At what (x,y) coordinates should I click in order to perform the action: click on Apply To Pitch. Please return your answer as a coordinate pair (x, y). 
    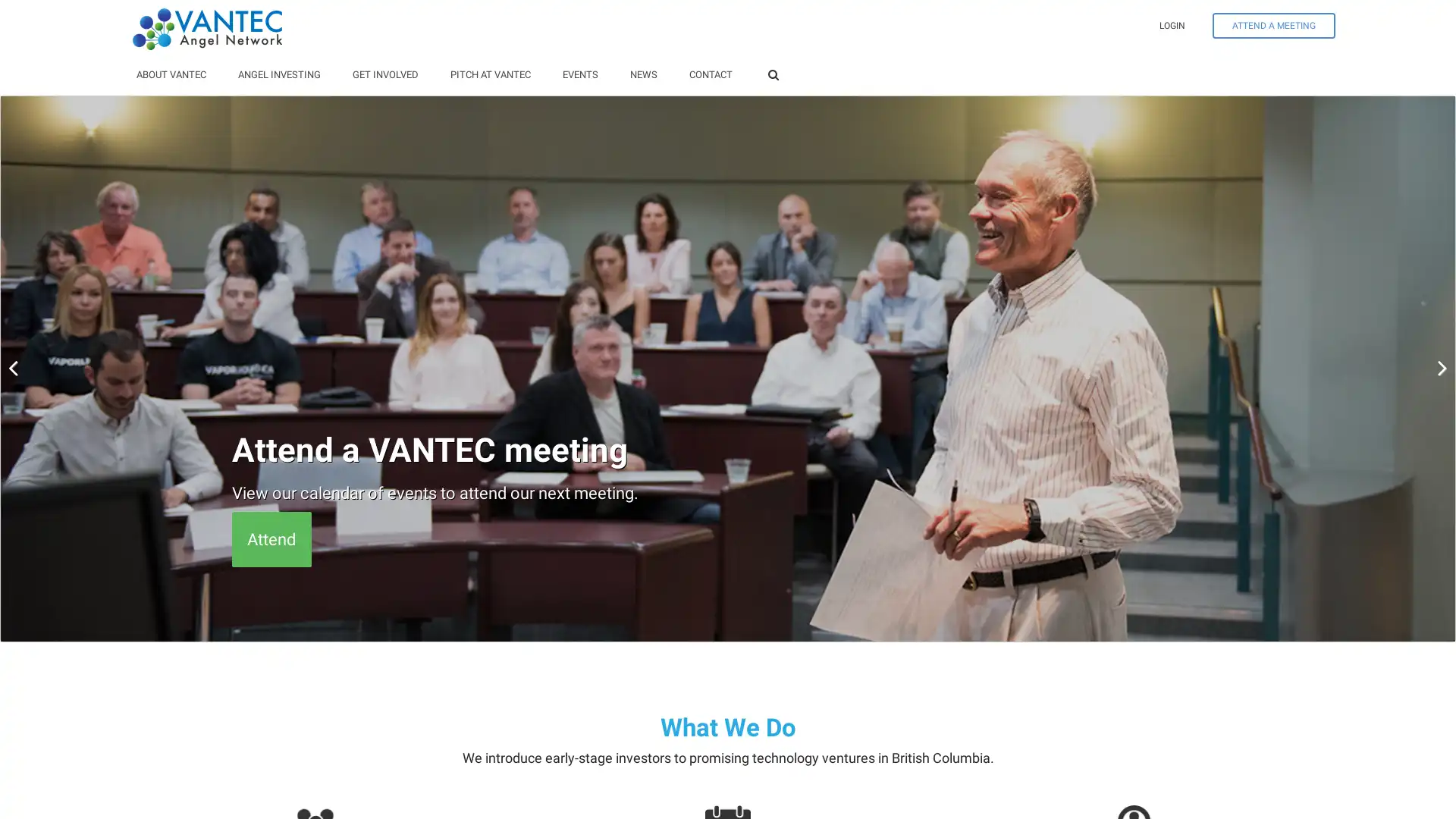
    Looking at the image, I should click on (299, 538).